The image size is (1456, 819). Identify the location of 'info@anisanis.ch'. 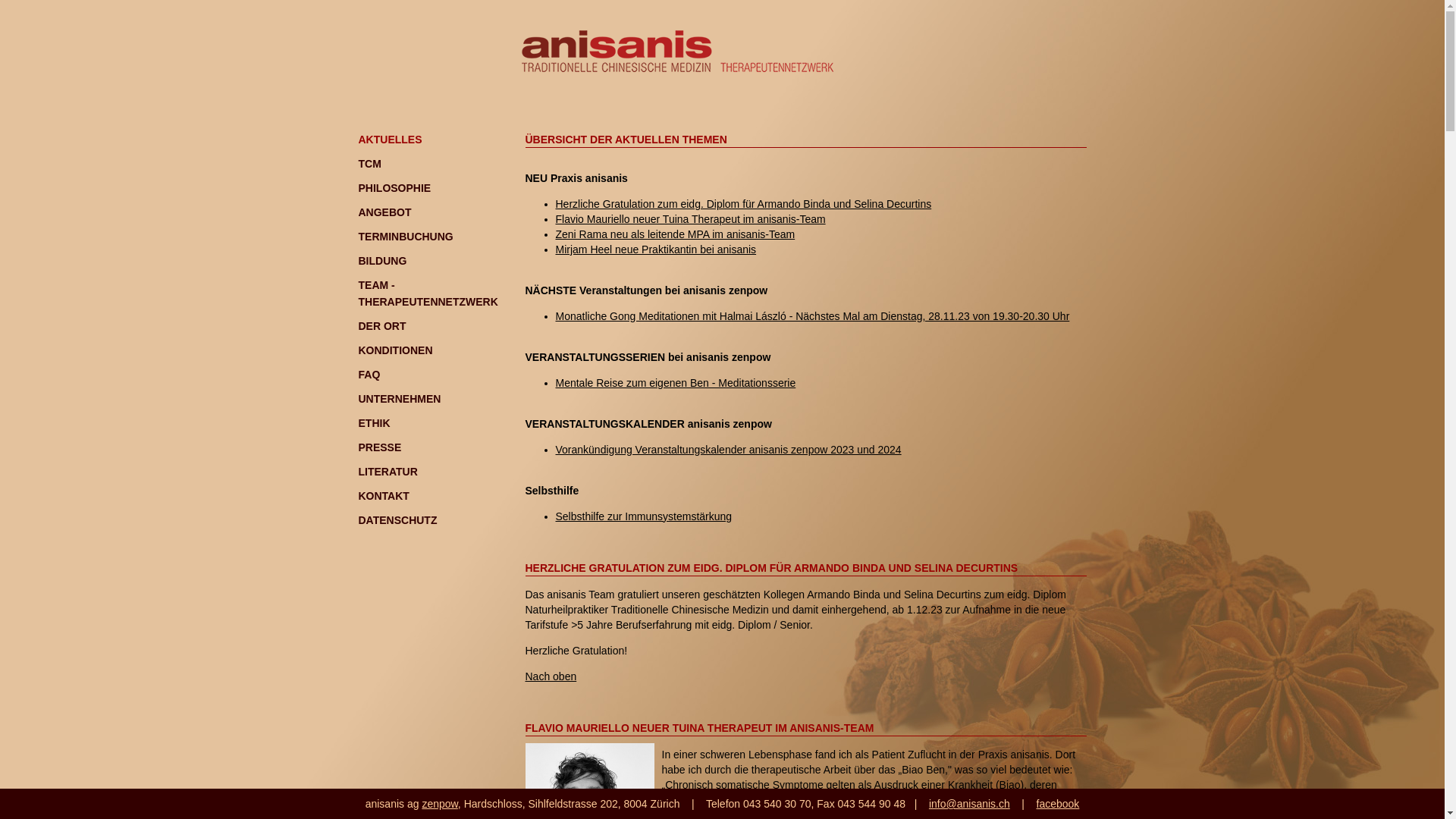
(968, 803).